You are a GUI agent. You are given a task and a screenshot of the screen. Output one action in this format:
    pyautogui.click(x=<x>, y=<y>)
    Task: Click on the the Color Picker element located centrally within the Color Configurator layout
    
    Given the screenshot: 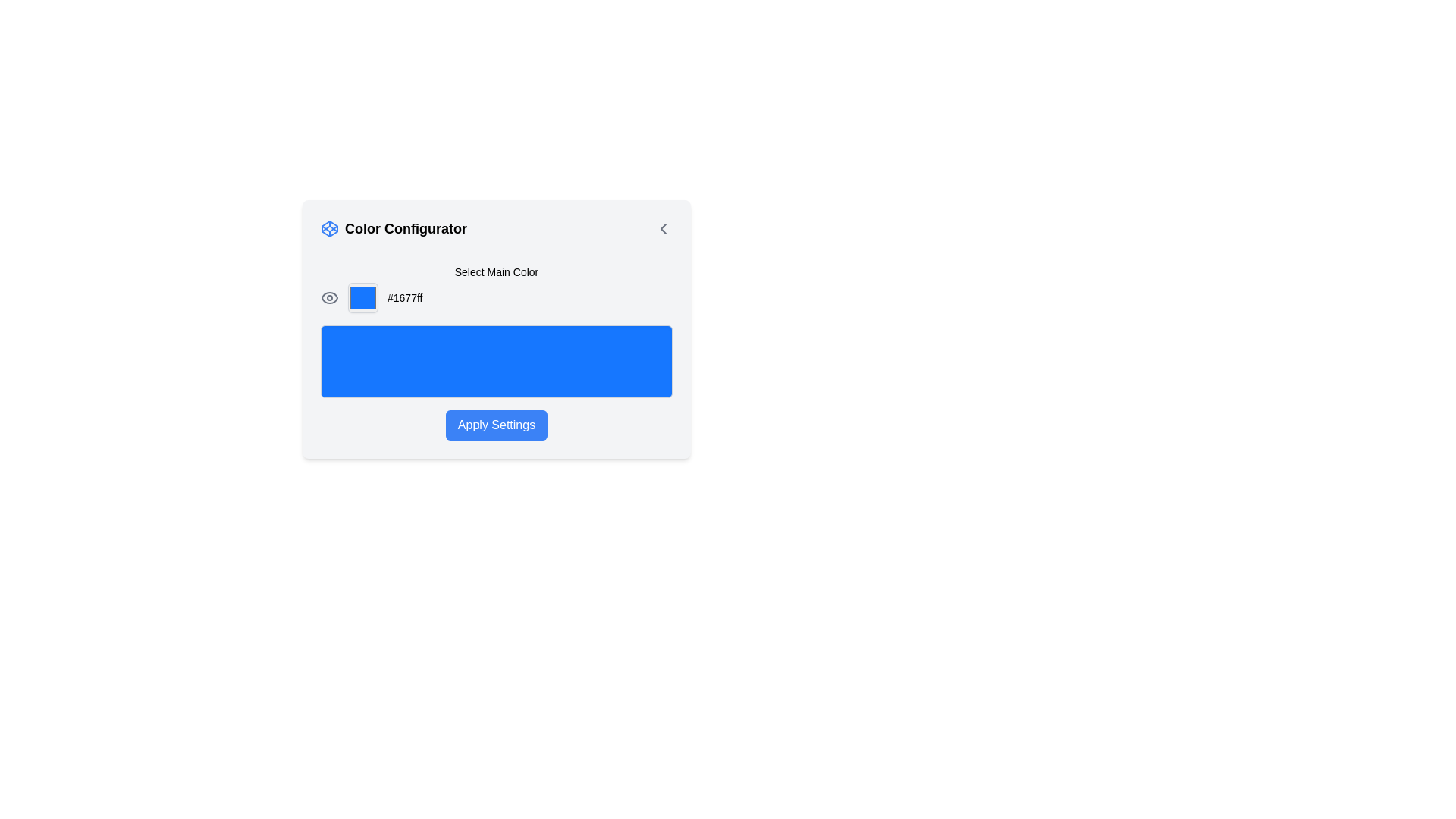 What is the action you would take?
    pyautogui.click(x=362, y=298)
    